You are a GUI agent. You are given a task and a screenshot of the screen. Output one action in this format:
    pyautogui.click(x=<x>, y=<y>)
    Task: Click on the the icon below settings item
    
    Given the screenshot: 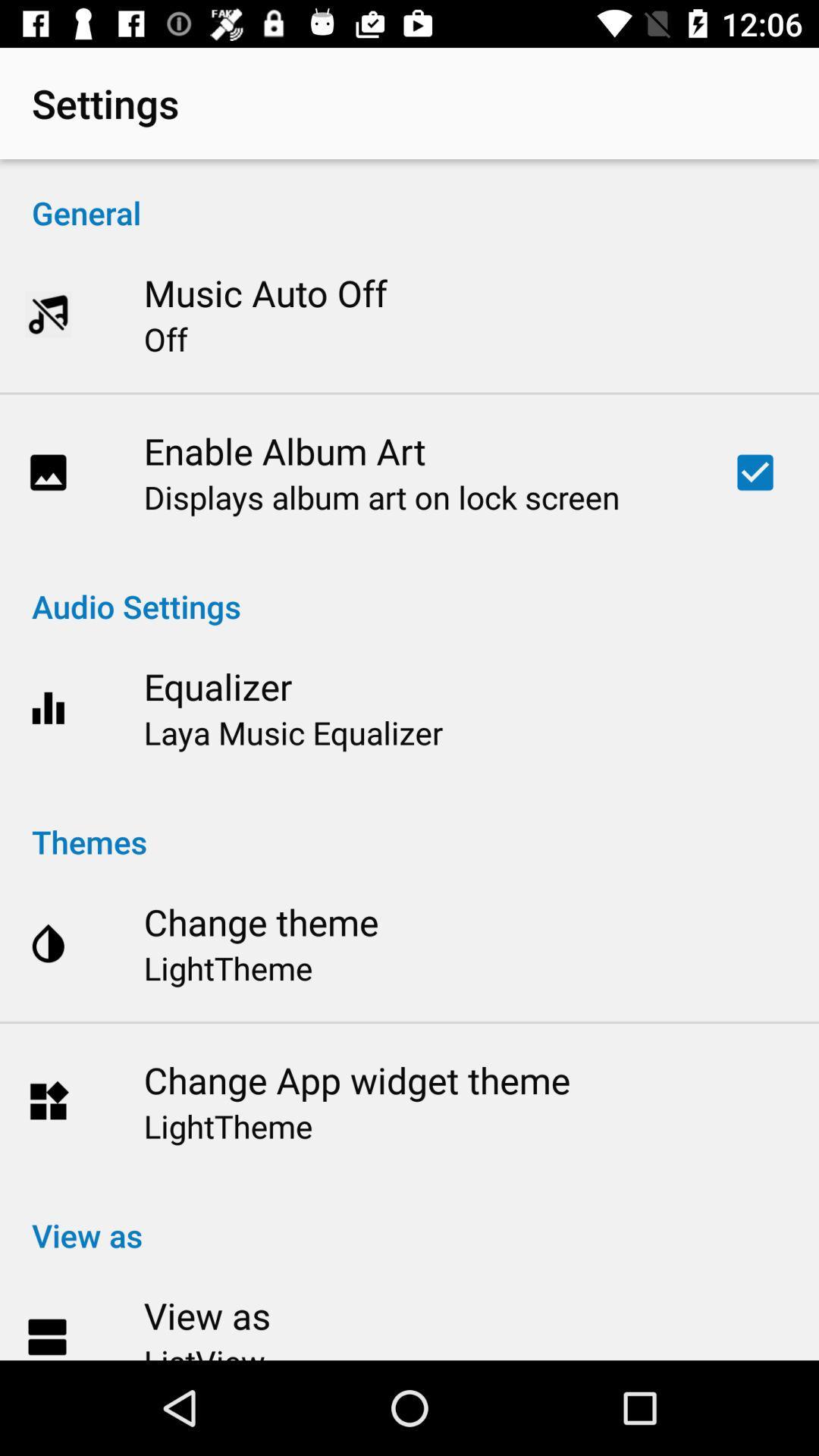 What is the action you would take?
    pyautogui.click(x=409, y=196)
    